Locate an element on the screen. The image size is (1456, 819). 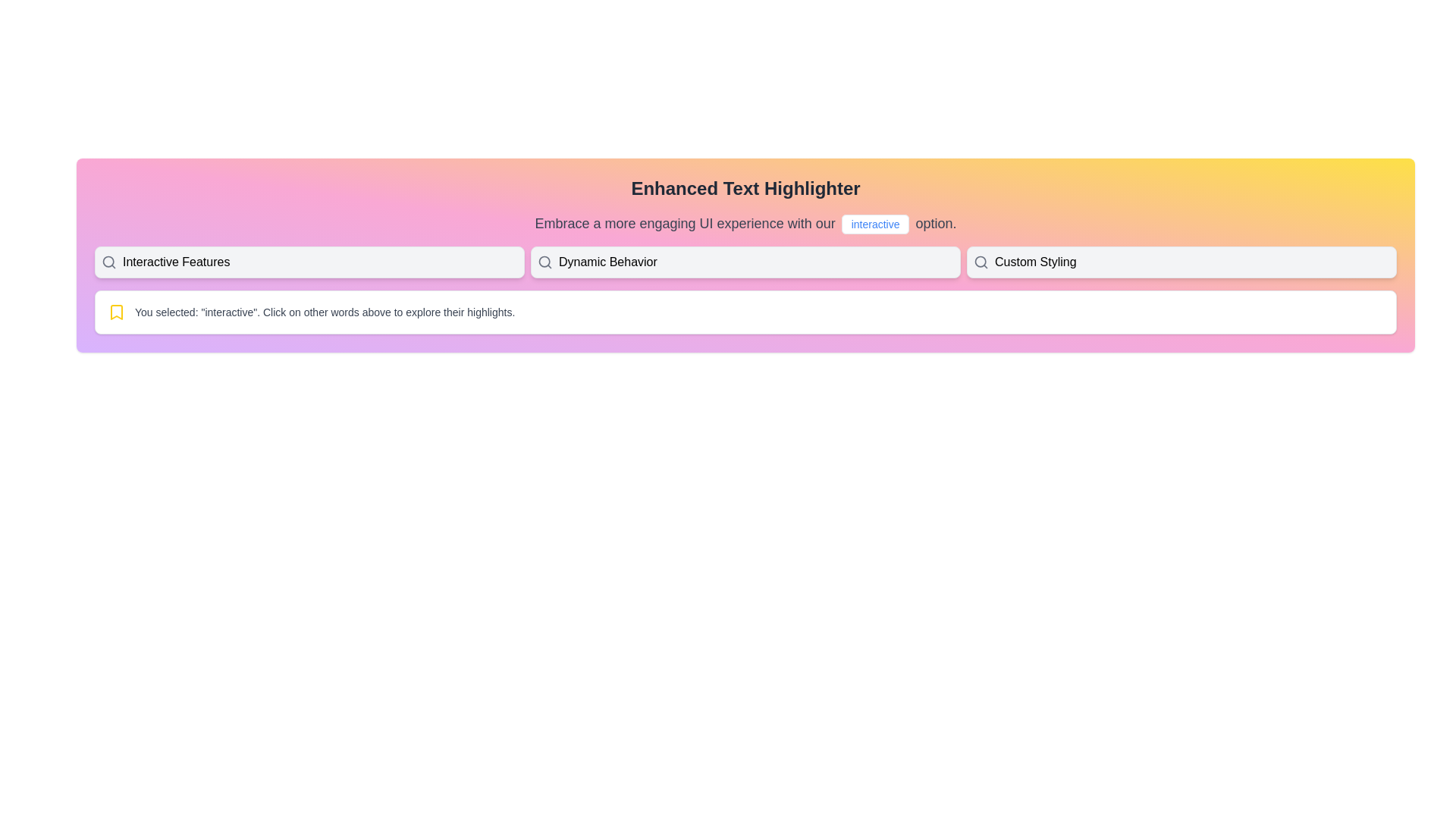
the yellow-tinted bookmark SVG icon located at the left side of the text box containing the phrase 'You selected: "interactive"' is located at coordinates (115, 312).